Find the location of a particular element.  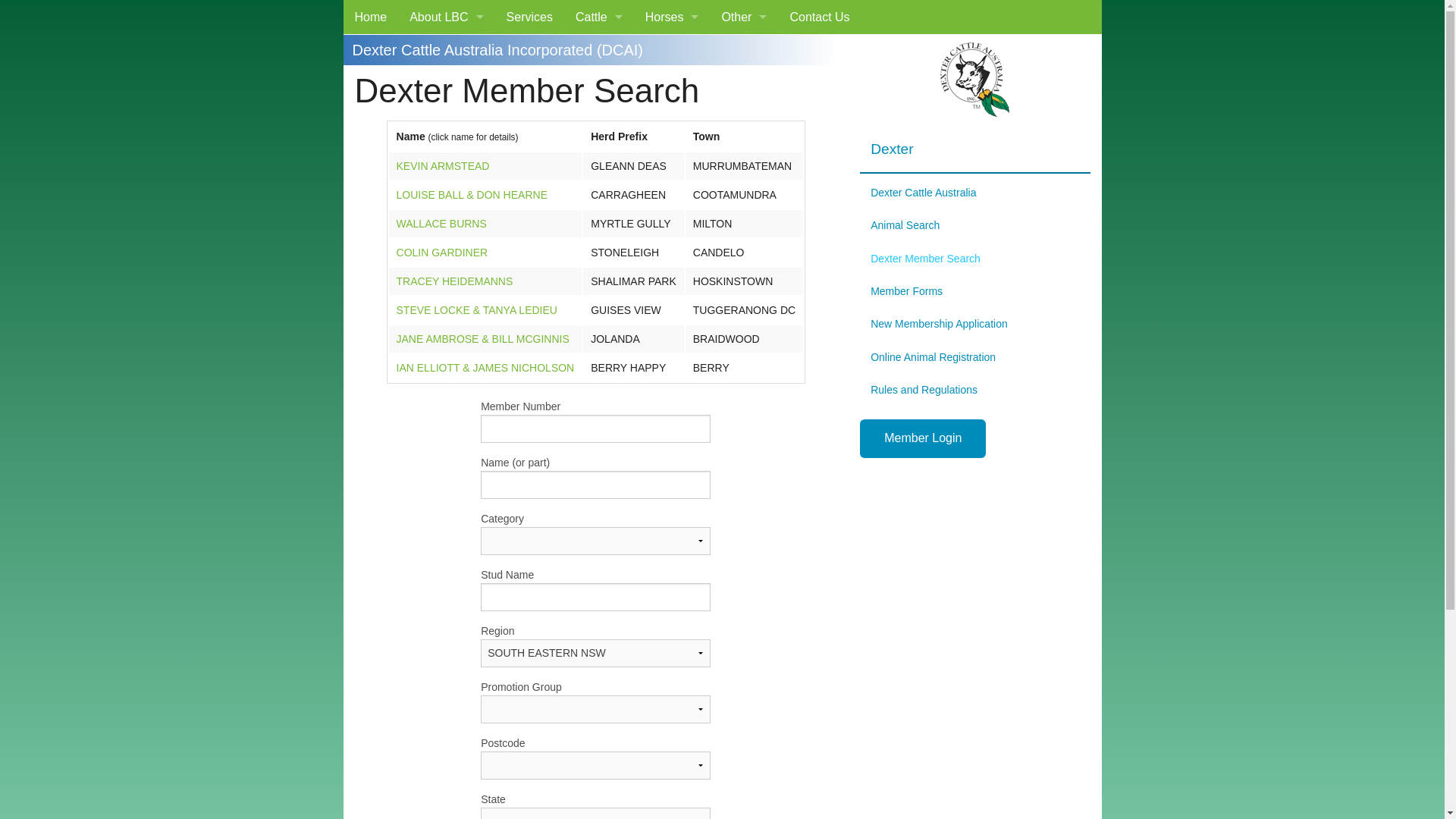

'Miniature Pony' is located at coordinates (671, 50).